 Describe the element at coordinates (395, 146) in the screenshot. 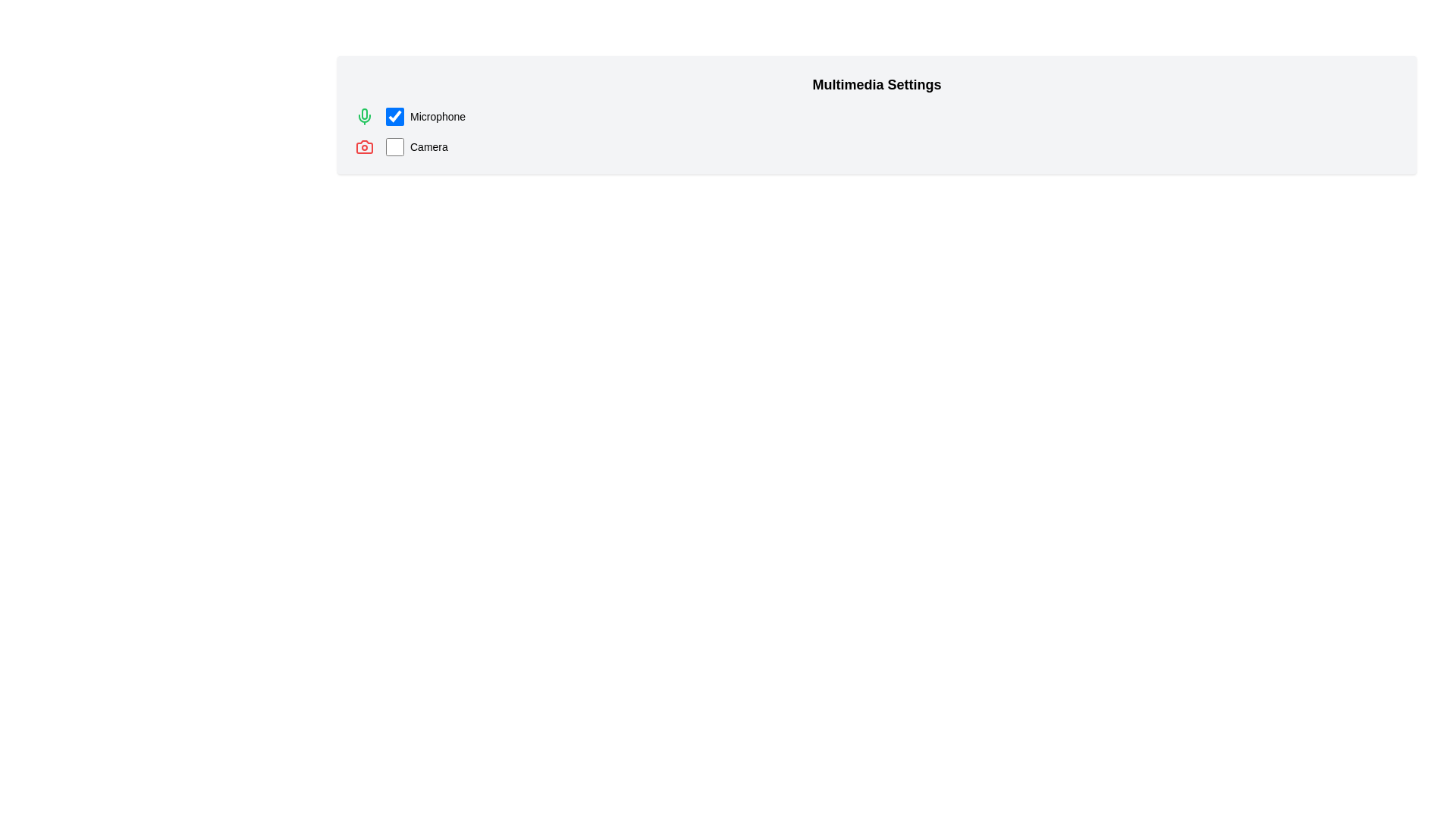

I see `the checkbox with a blue border located to the left of the text 'Camera'` at that location.